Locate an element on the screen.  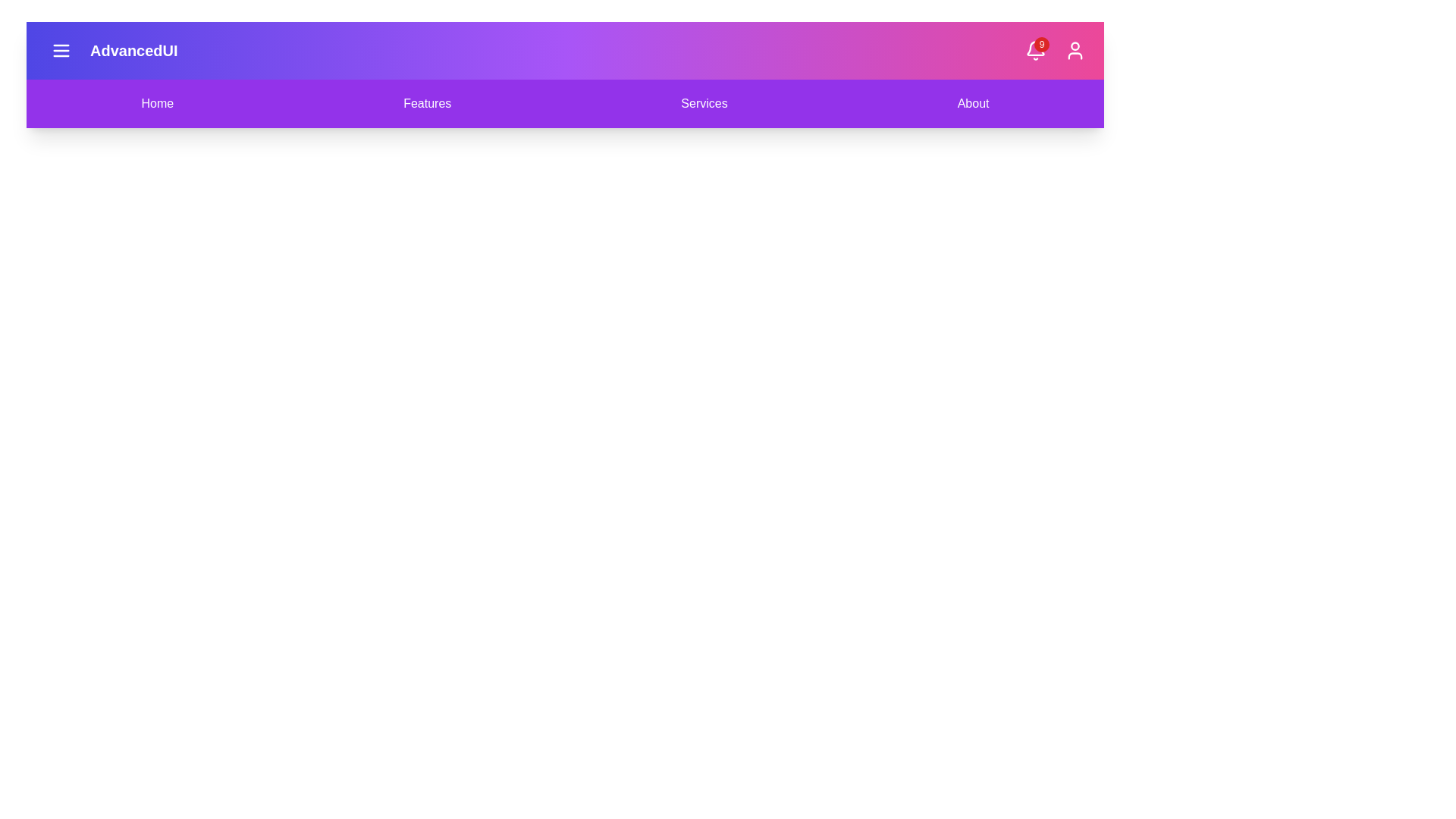
the Features navigation menu item is located at coordinates (426, 103).